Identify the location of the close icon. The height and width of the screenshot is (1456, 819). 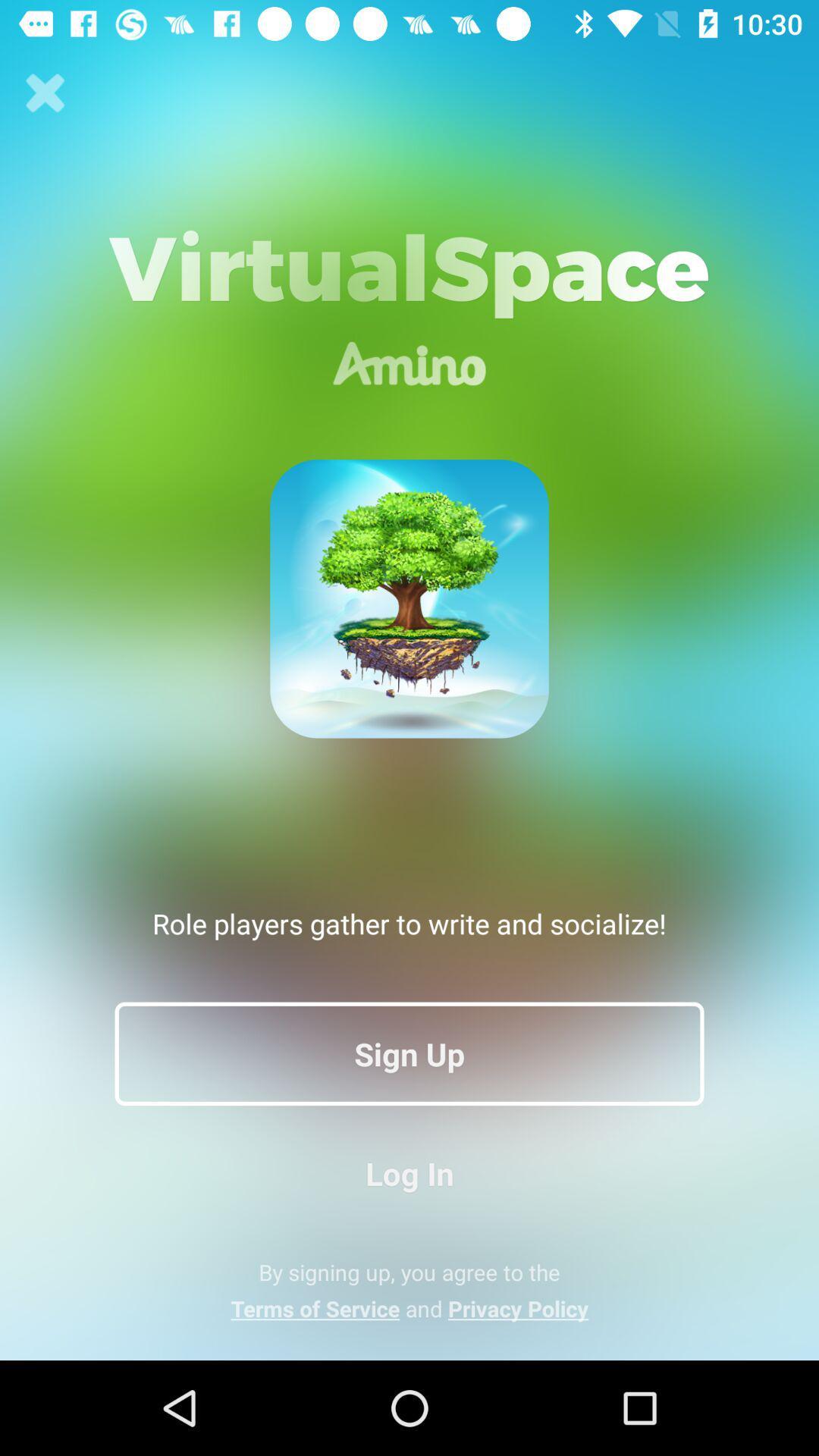
(45, 93).